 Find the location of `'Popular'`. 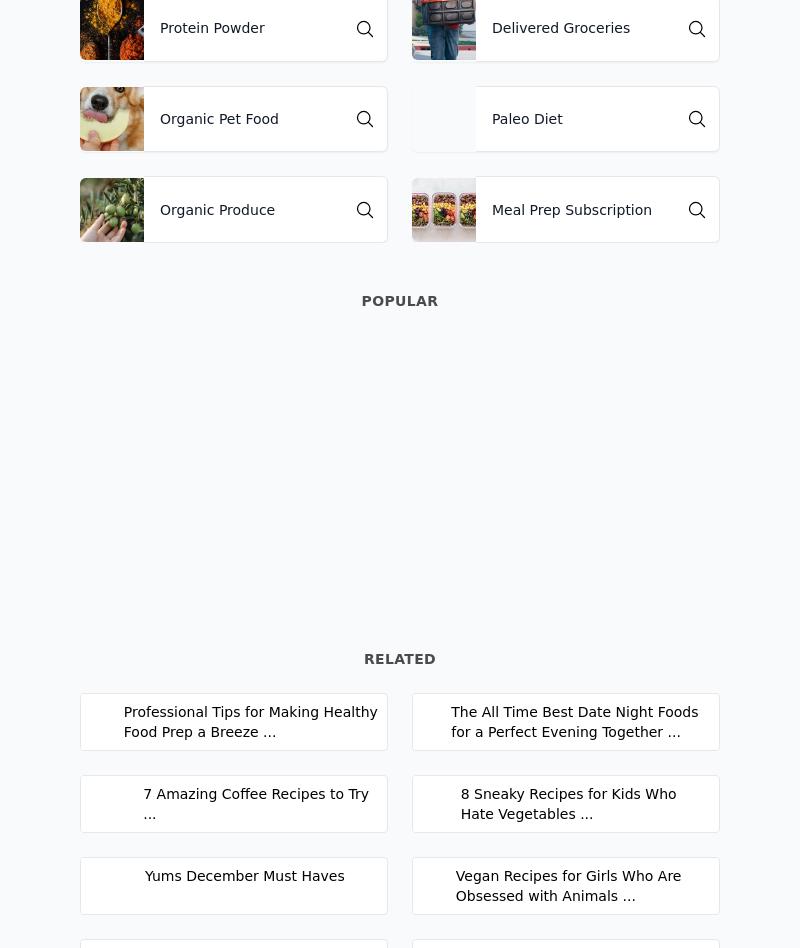

'Popular' is located at coordinates (360, 300).